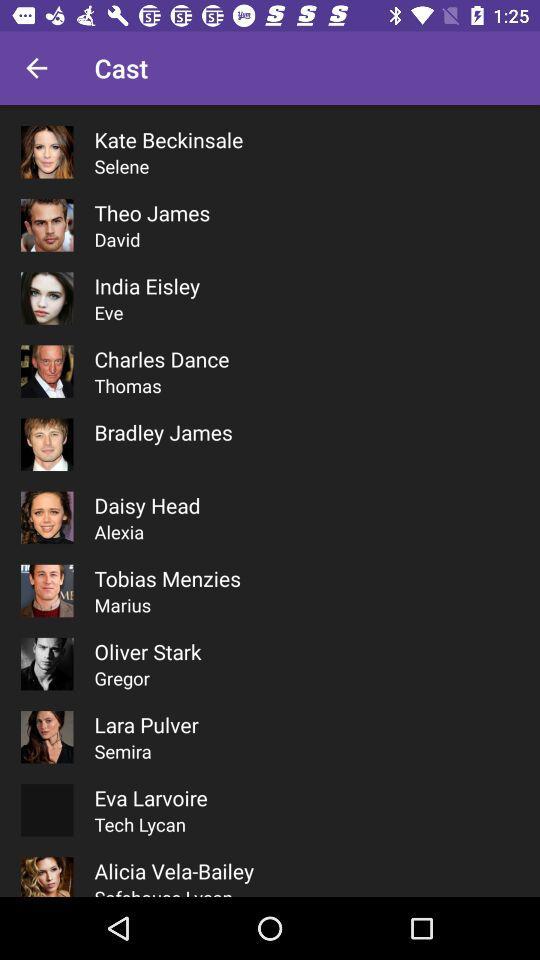  I want to click on gregor item, so click(122, 678).